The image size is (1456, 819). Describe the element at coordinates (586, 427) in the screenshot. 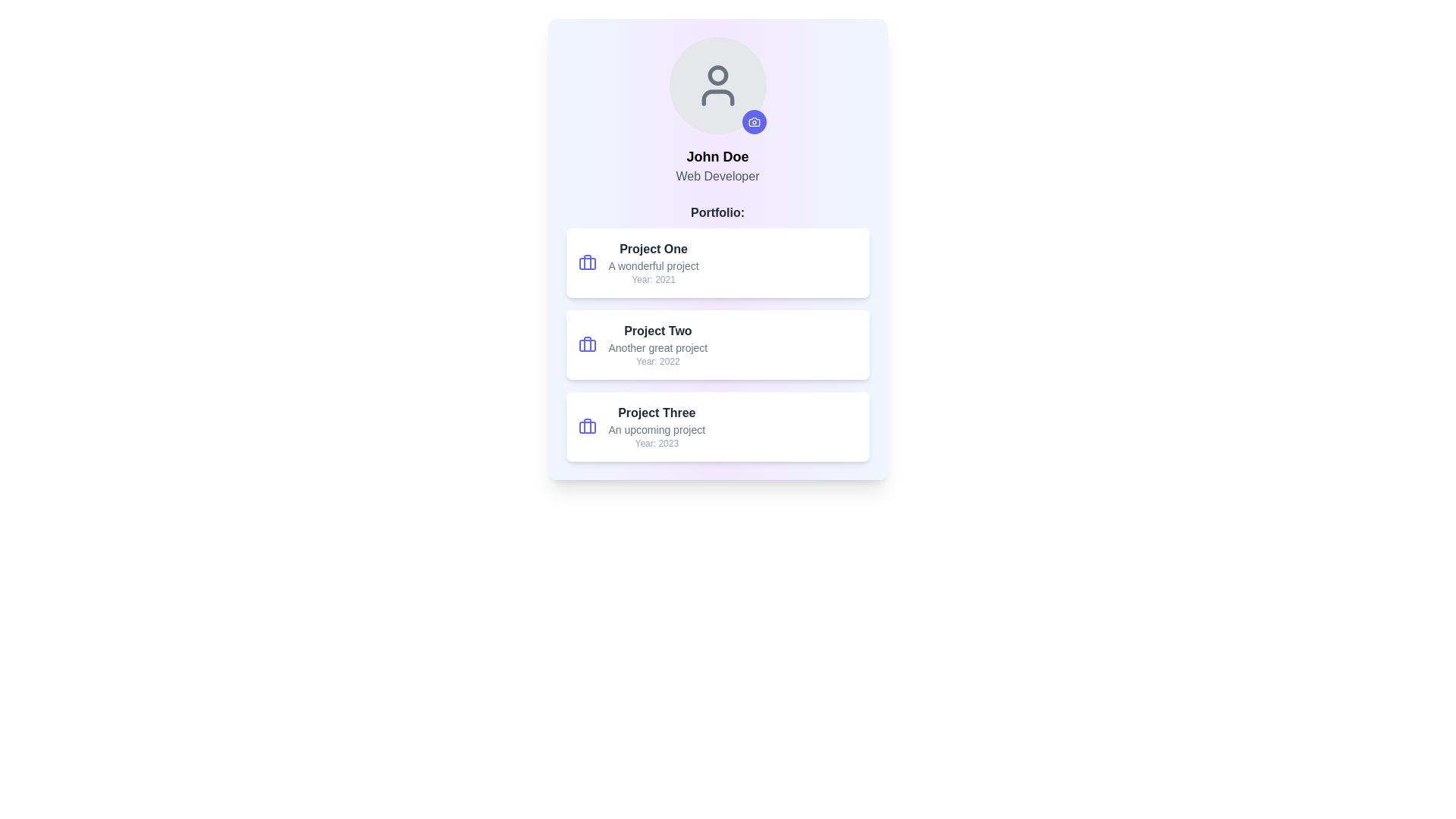

I see `the indigo line-drawn briefcase icon located next to the text 'Project Three' and 'An upcoming project', which is aligned to the left of the descriptive text` at that location.